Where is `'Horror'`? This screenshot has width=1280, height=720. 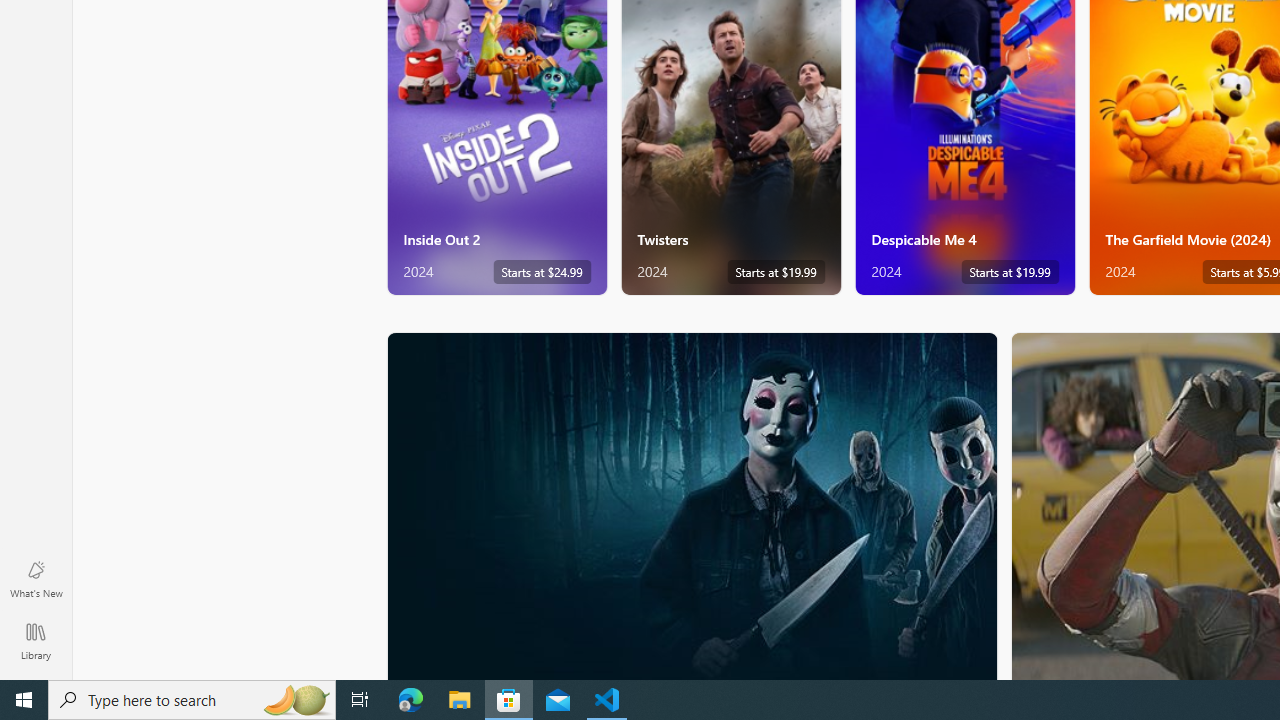
'Horror' is located at coordinates (692, 504).